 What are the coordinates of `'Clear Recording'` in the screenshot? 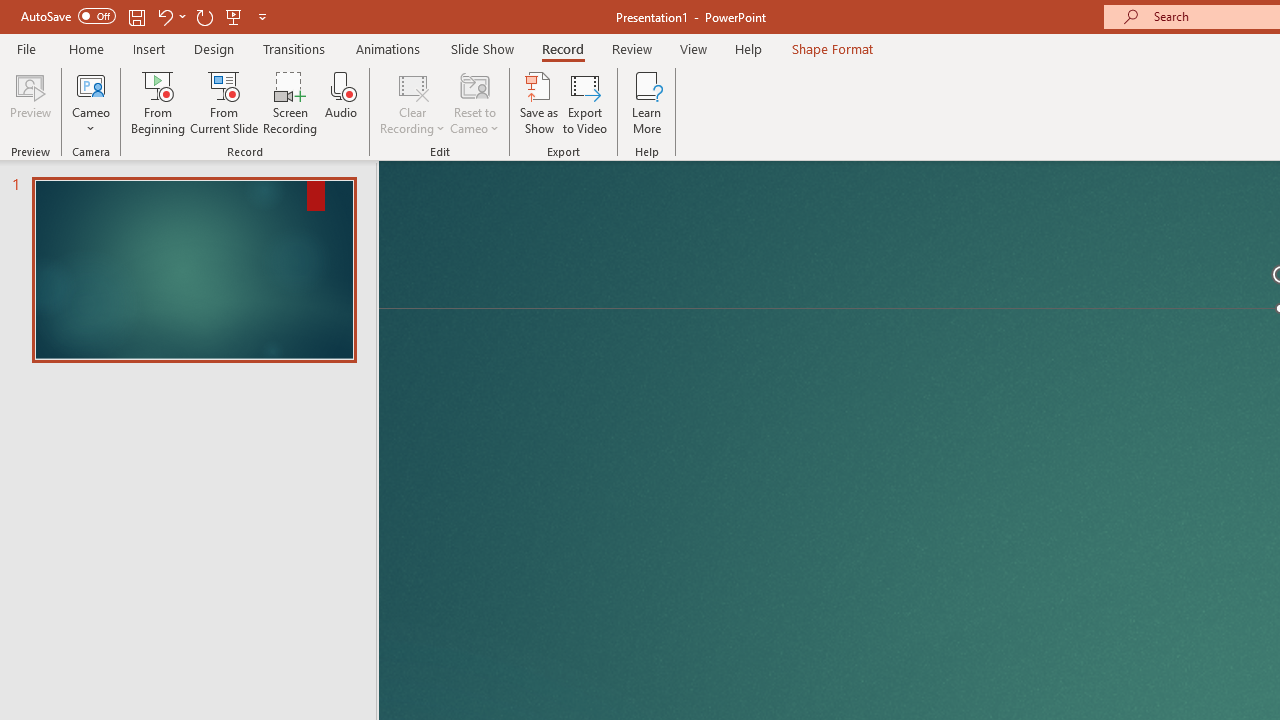 It's located at (411, 103).